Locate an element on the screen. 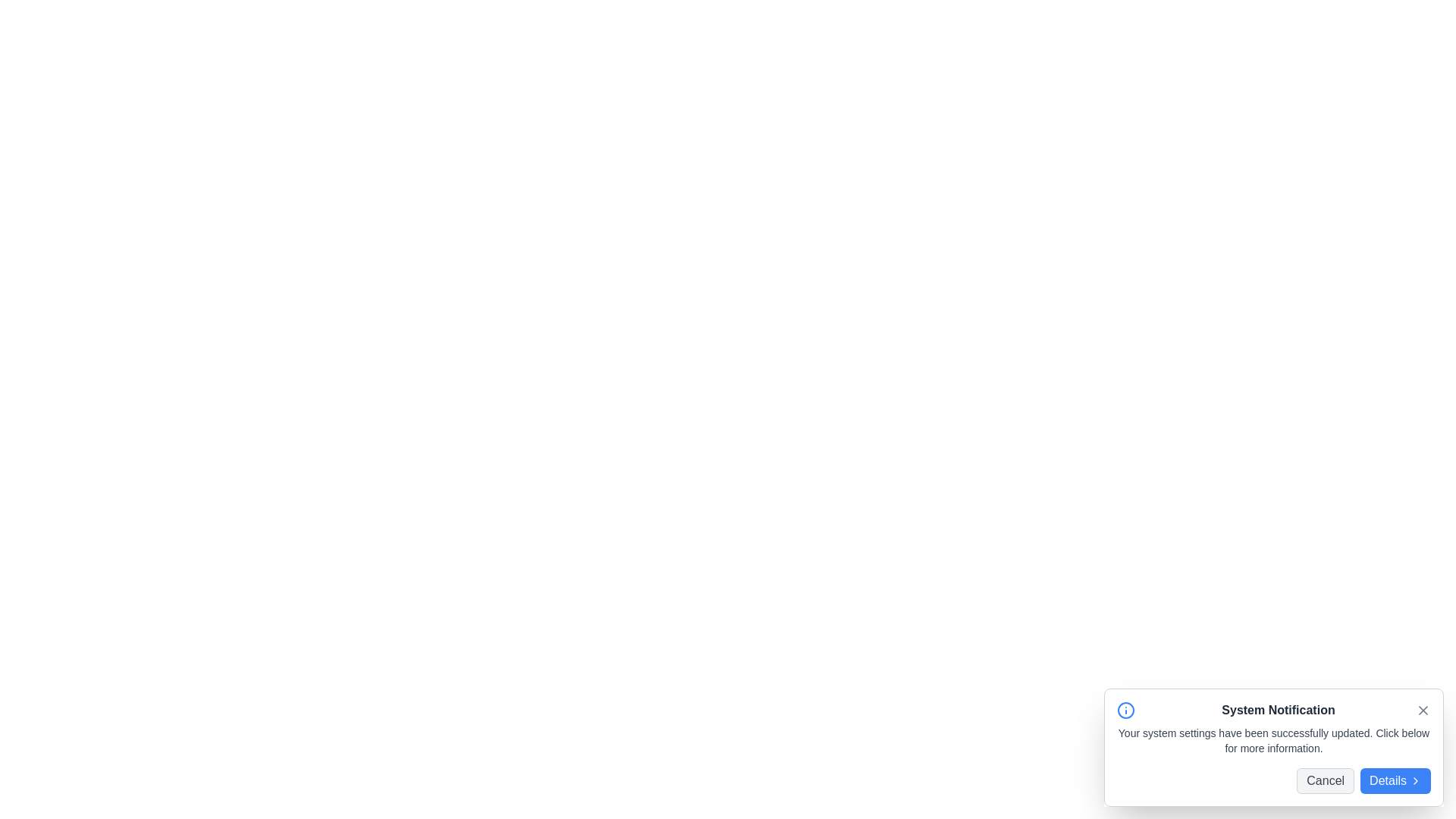 The image size is (1456, 819). the text label within the button located in the lower-right corner of the notification dialog box, which indicates obtaining more information or proceeding to a detailed view is located at coordinates (1388, 780).